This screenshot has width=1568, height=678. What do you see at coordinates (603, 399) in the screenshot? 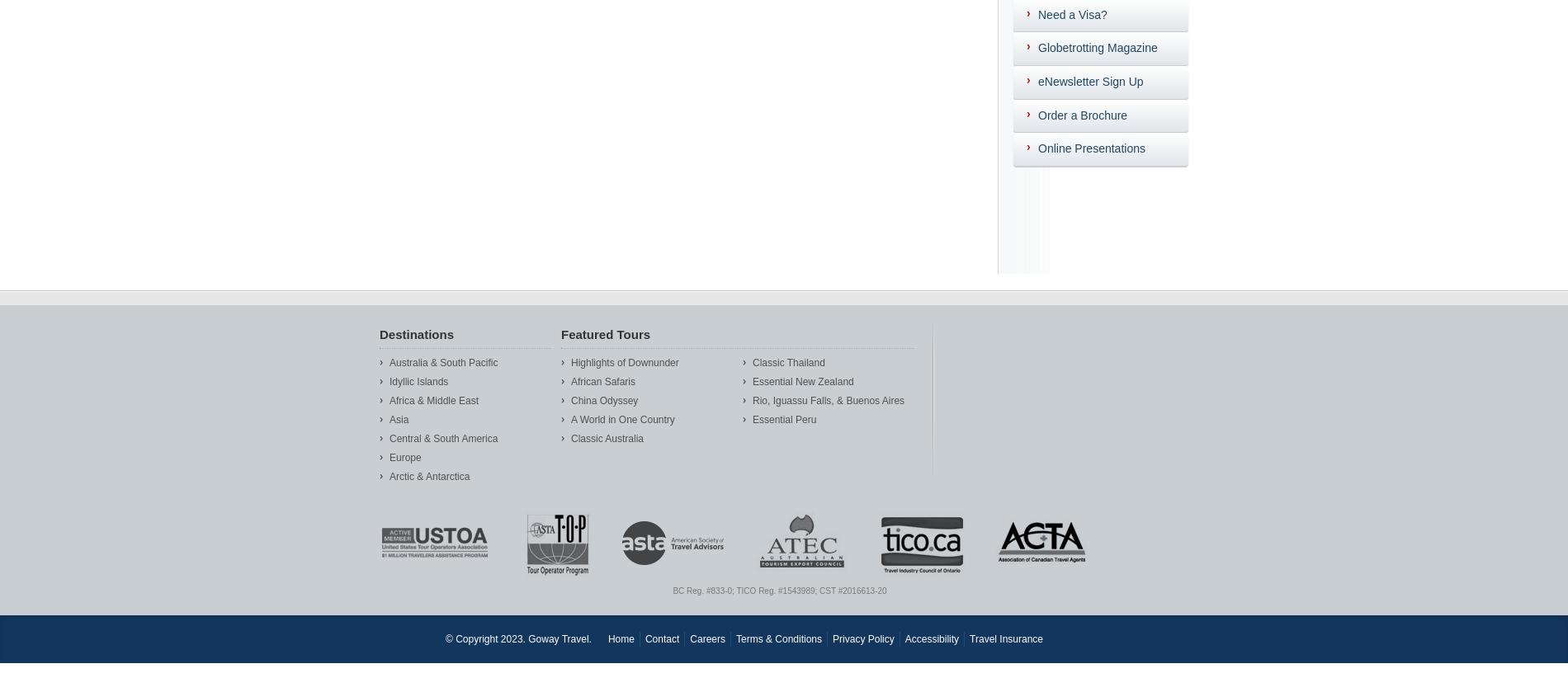
I see `'China Odyssey'` at bounding box center [603, 399].